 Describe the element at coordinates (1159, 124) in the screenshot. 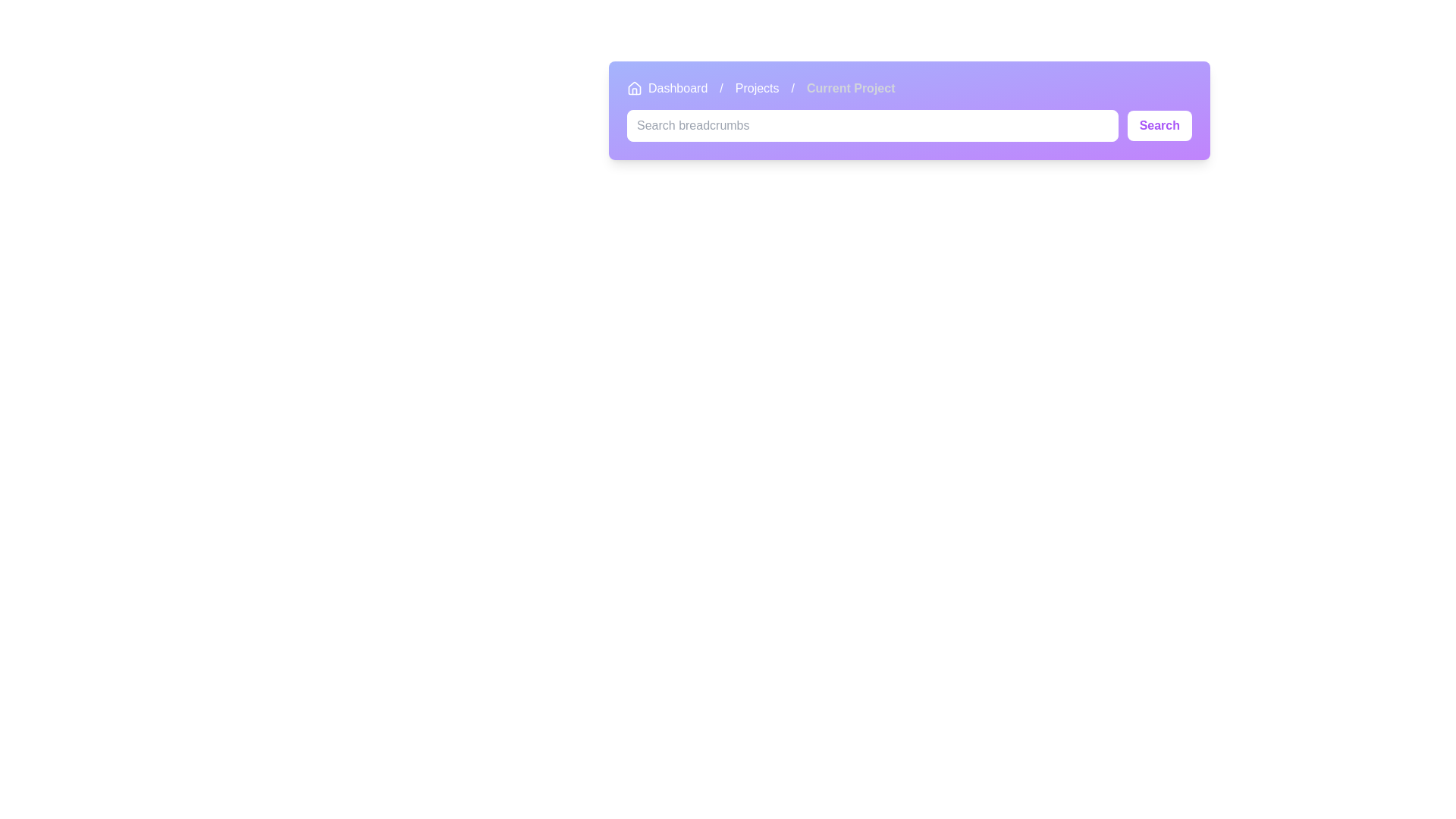

I see `the search button located to the right of the input field to change its background color` at that location.